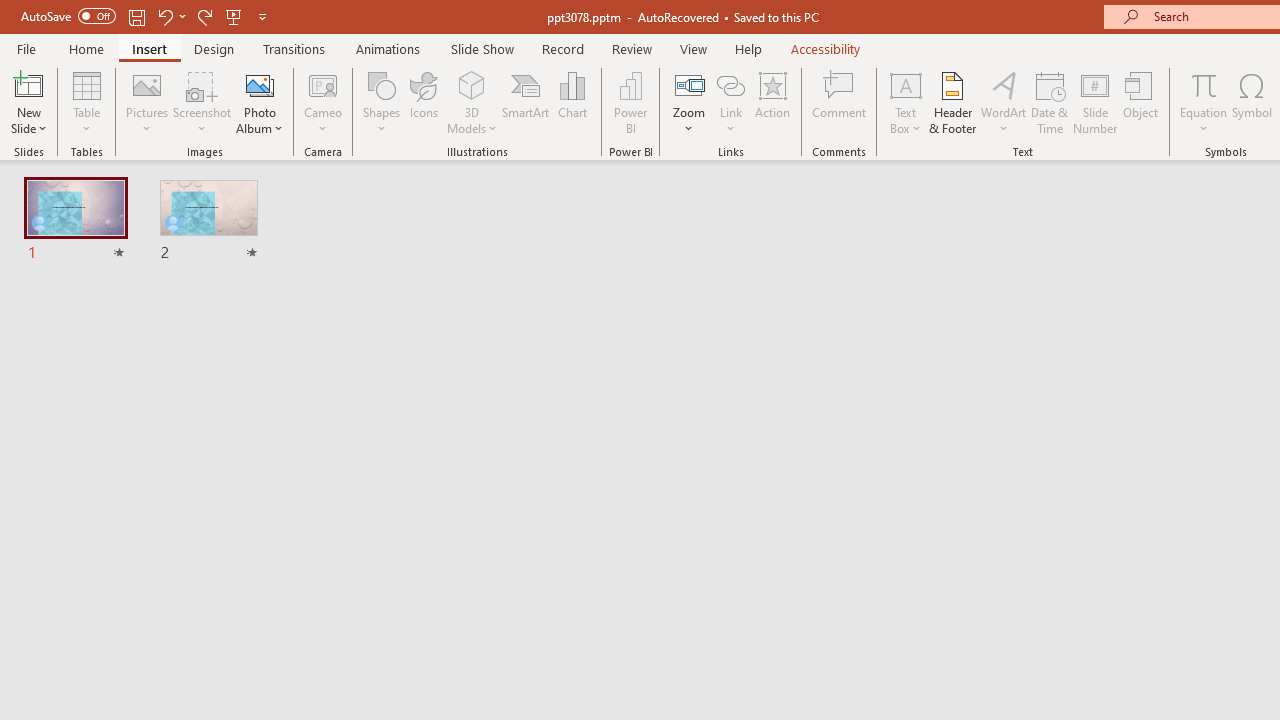  Describe the element at coordinates (1251, 103) in the screenshot. I see `'Symbol...'` at that location.